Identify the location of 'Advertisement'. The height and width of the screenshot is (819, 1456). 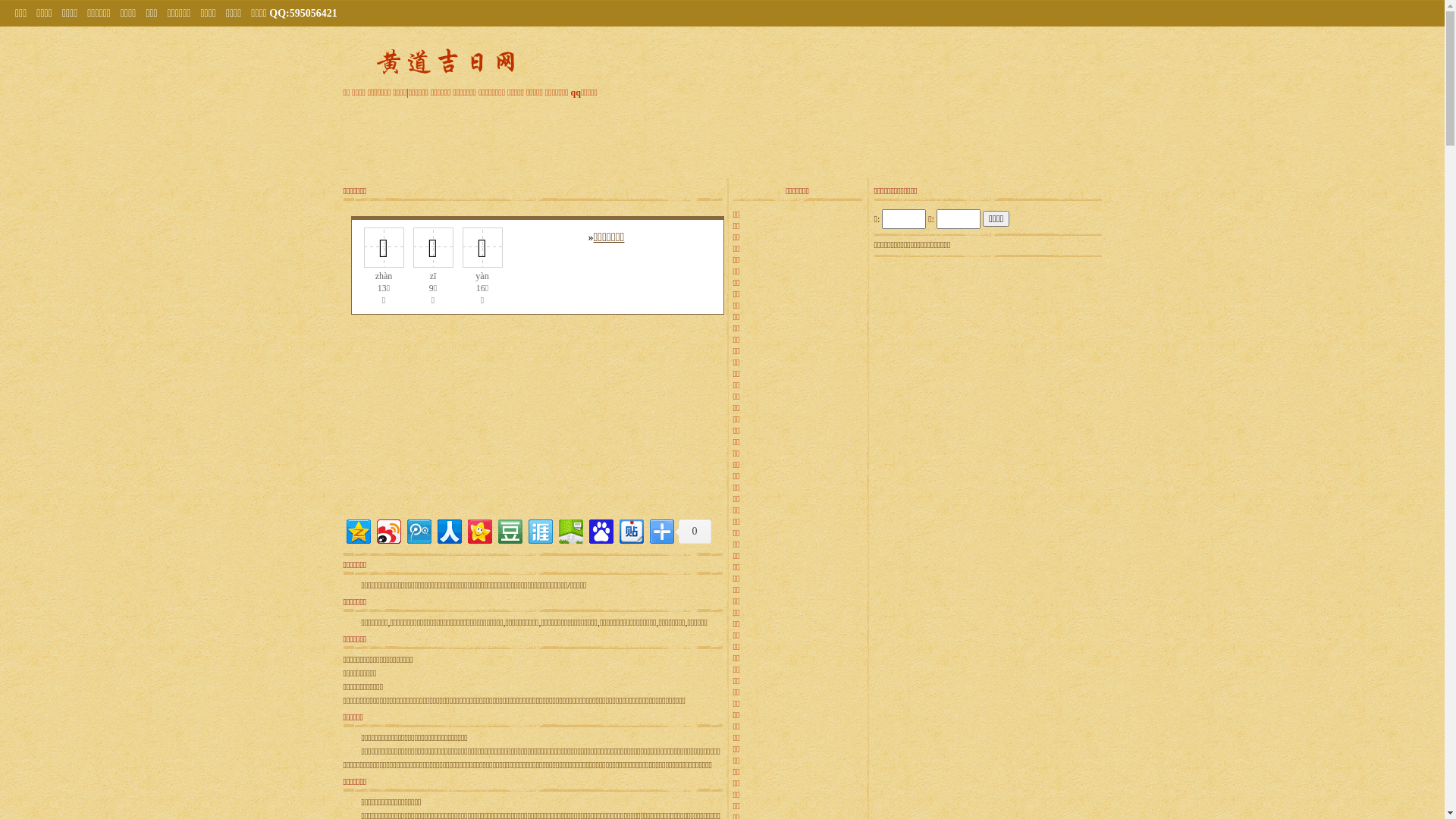
(436, 421).